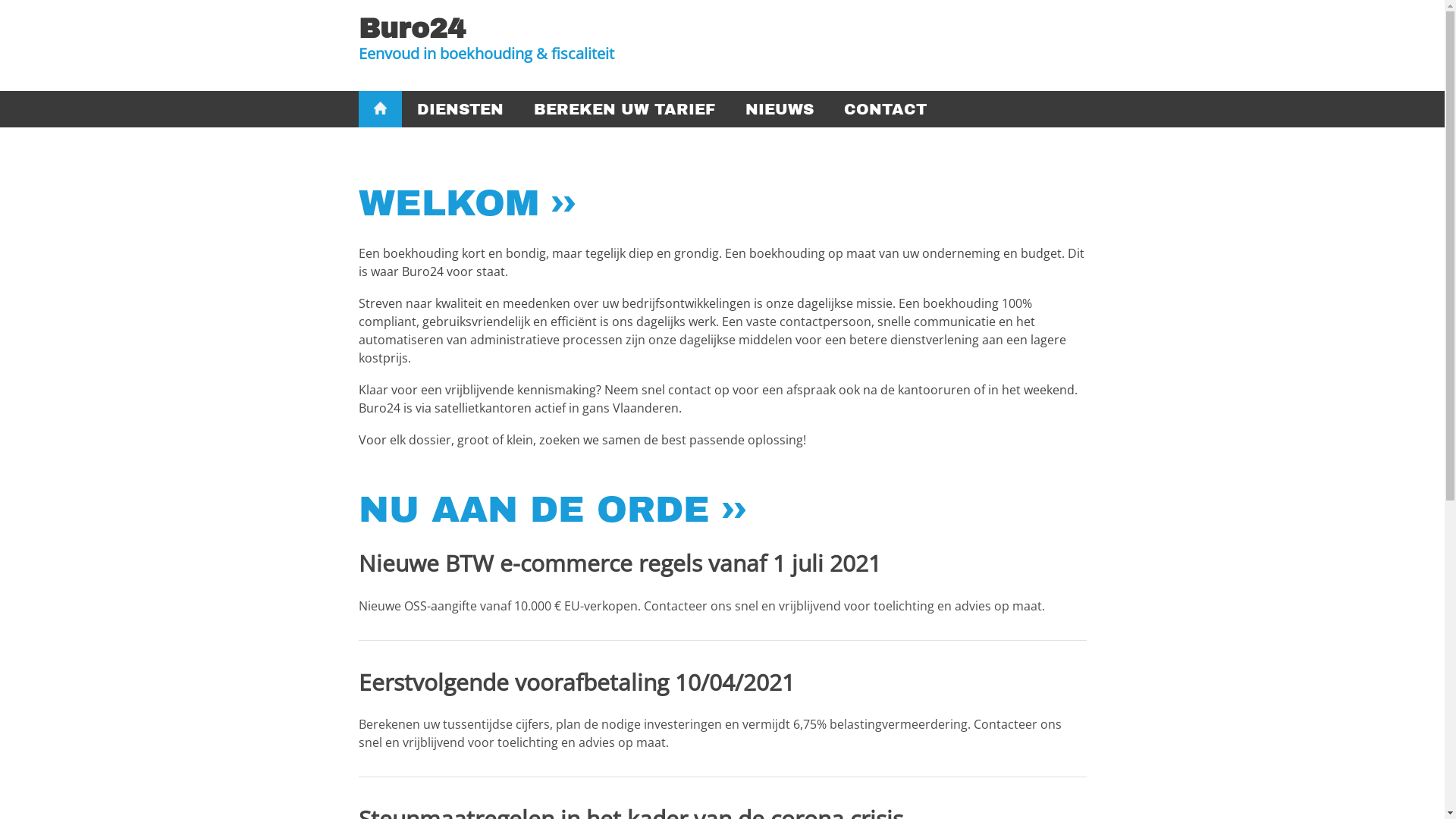 The image size is (1456, 819). What do you see at coordinates (779, 108) in the screenshot?
I see `'NIEUWS'` at bounding box center [779, 108].